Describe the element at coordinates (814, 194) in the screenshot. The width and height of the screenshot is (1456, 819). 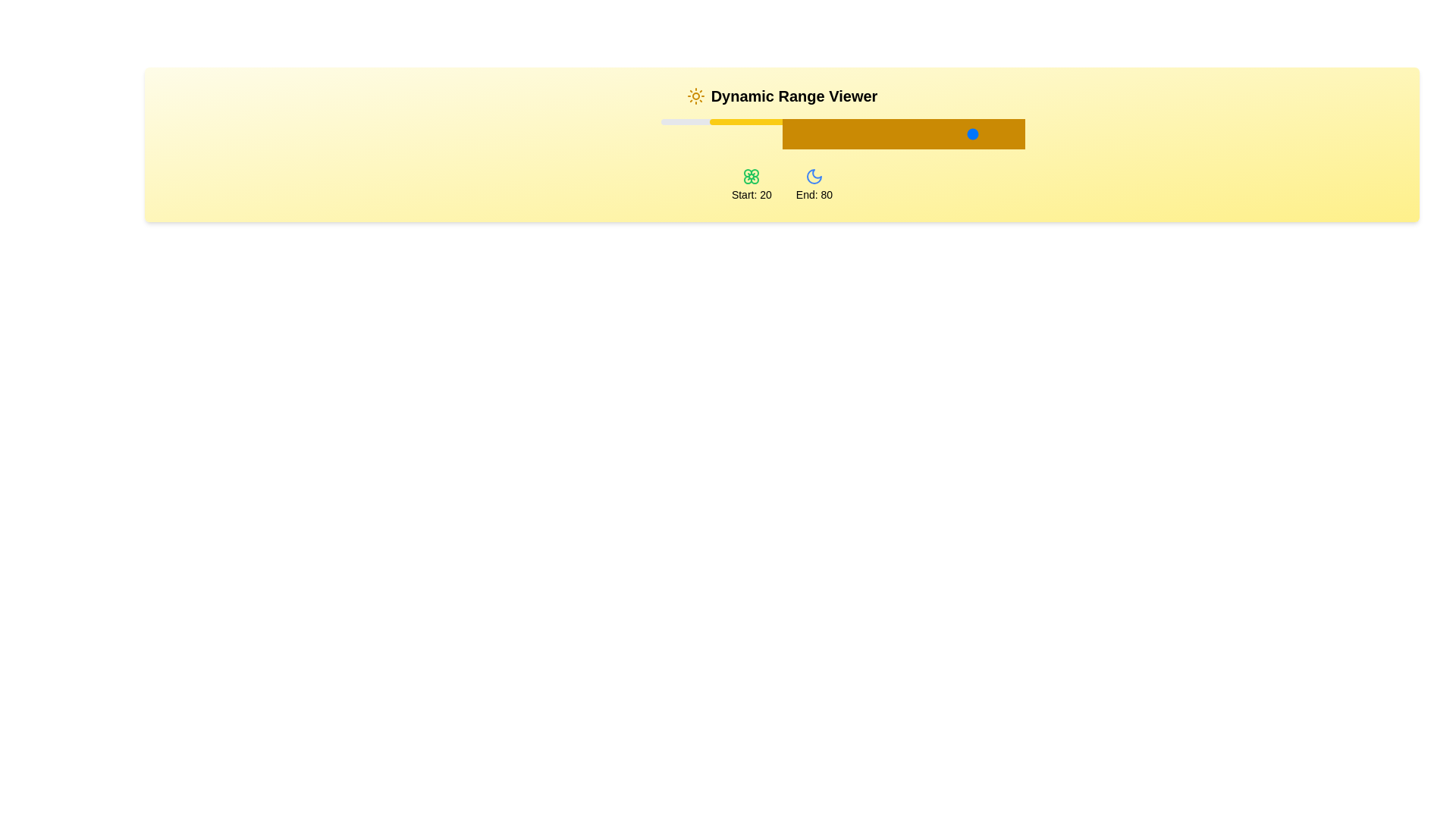
I see `the text label displaying 'End: 80', which is positioned at the bottom center of a card-like section, directly below a moon icon` at that location.